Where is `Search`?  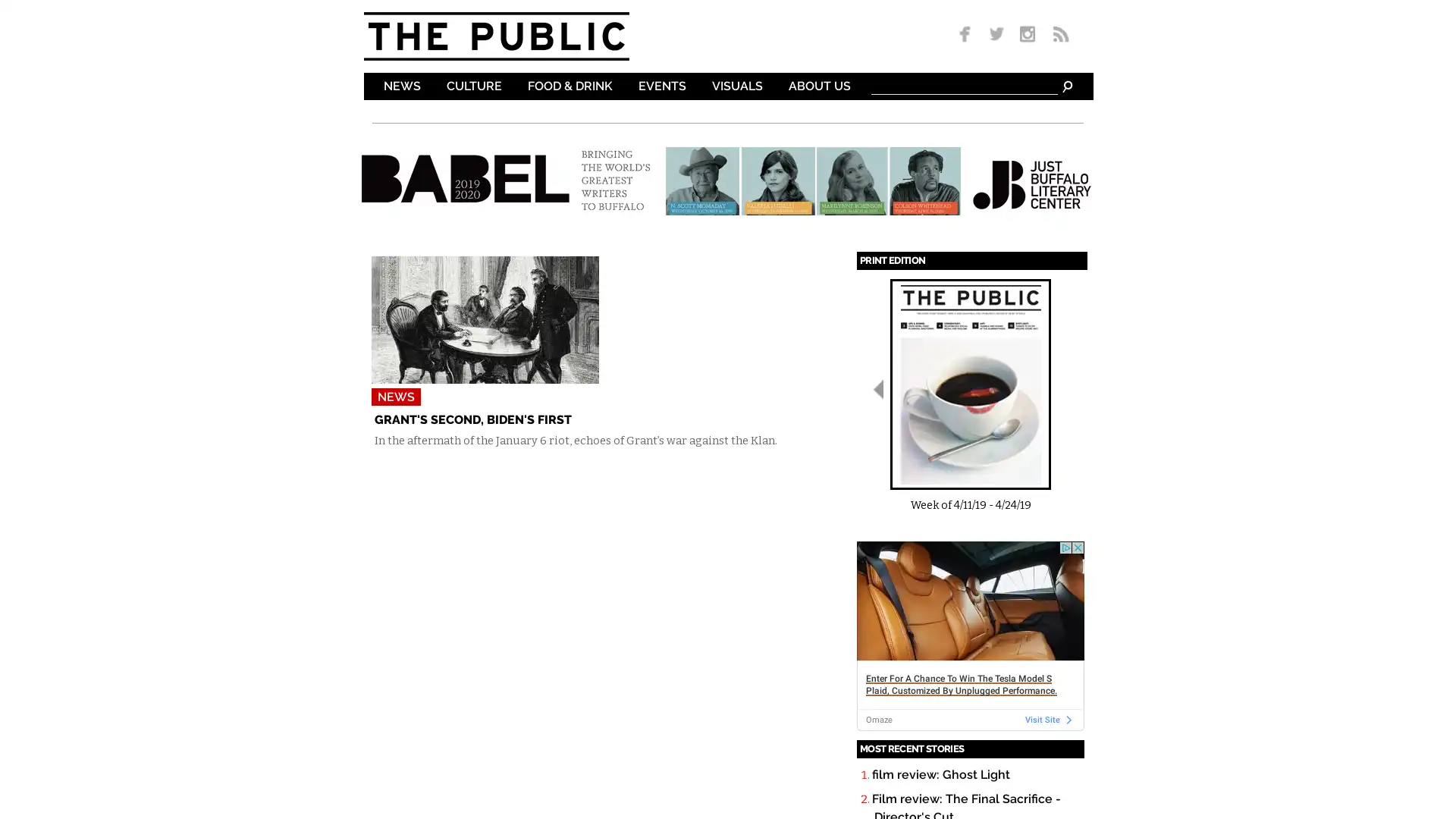 Search is located at coordinates (1065, 85).